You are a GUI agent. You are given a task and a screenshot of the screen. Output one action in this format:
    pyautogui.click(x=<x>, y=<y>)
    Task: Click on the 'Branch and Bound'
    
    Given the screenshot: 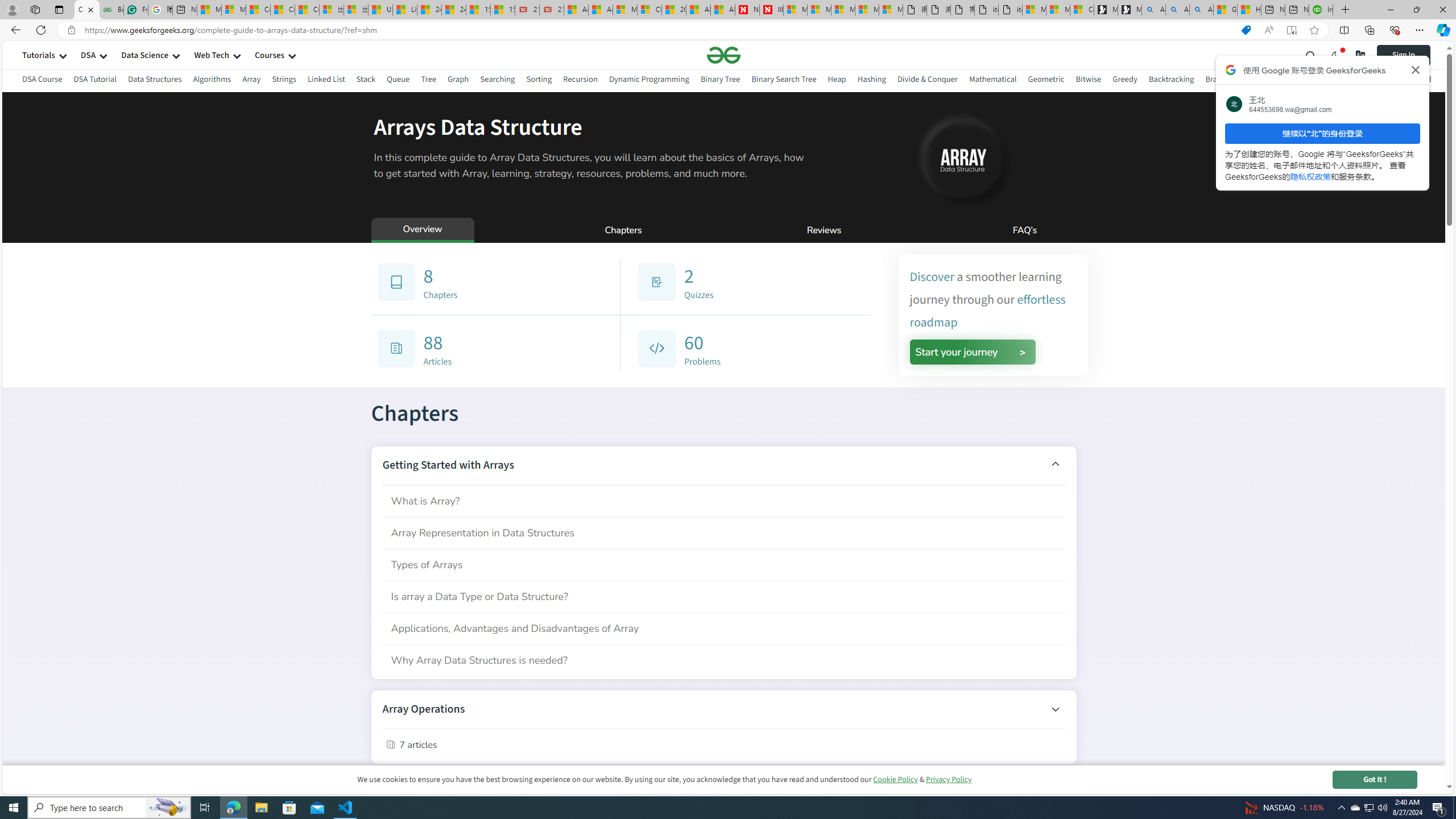 What is the action you would take?
    pyautogui.click(x=1238, y=78)
    